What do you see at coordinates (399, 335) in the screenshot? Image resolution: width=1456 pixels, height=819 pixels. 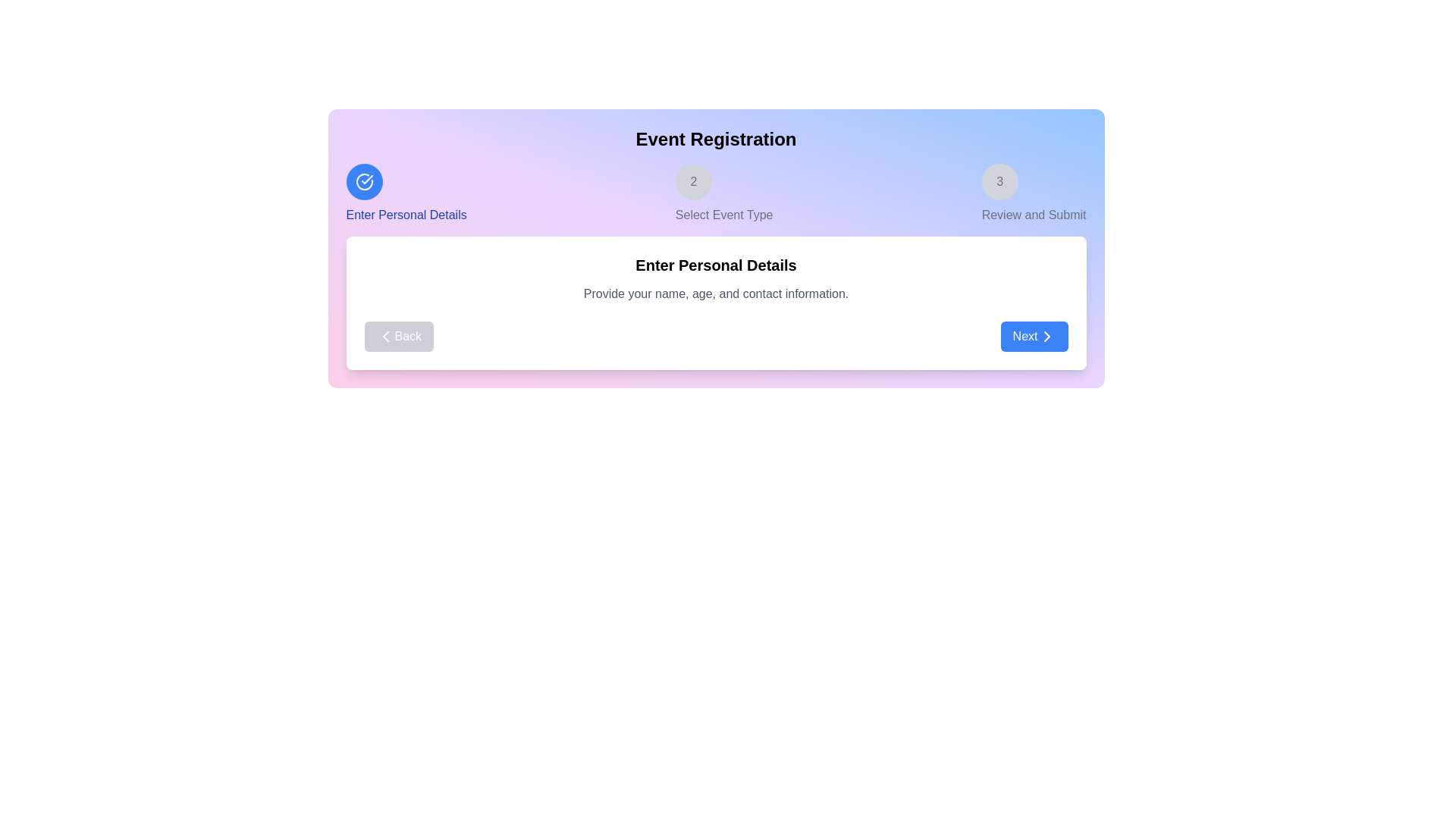 I see `the disabled 'Back' button to observe its behavior` at bounding box center [399, 335].